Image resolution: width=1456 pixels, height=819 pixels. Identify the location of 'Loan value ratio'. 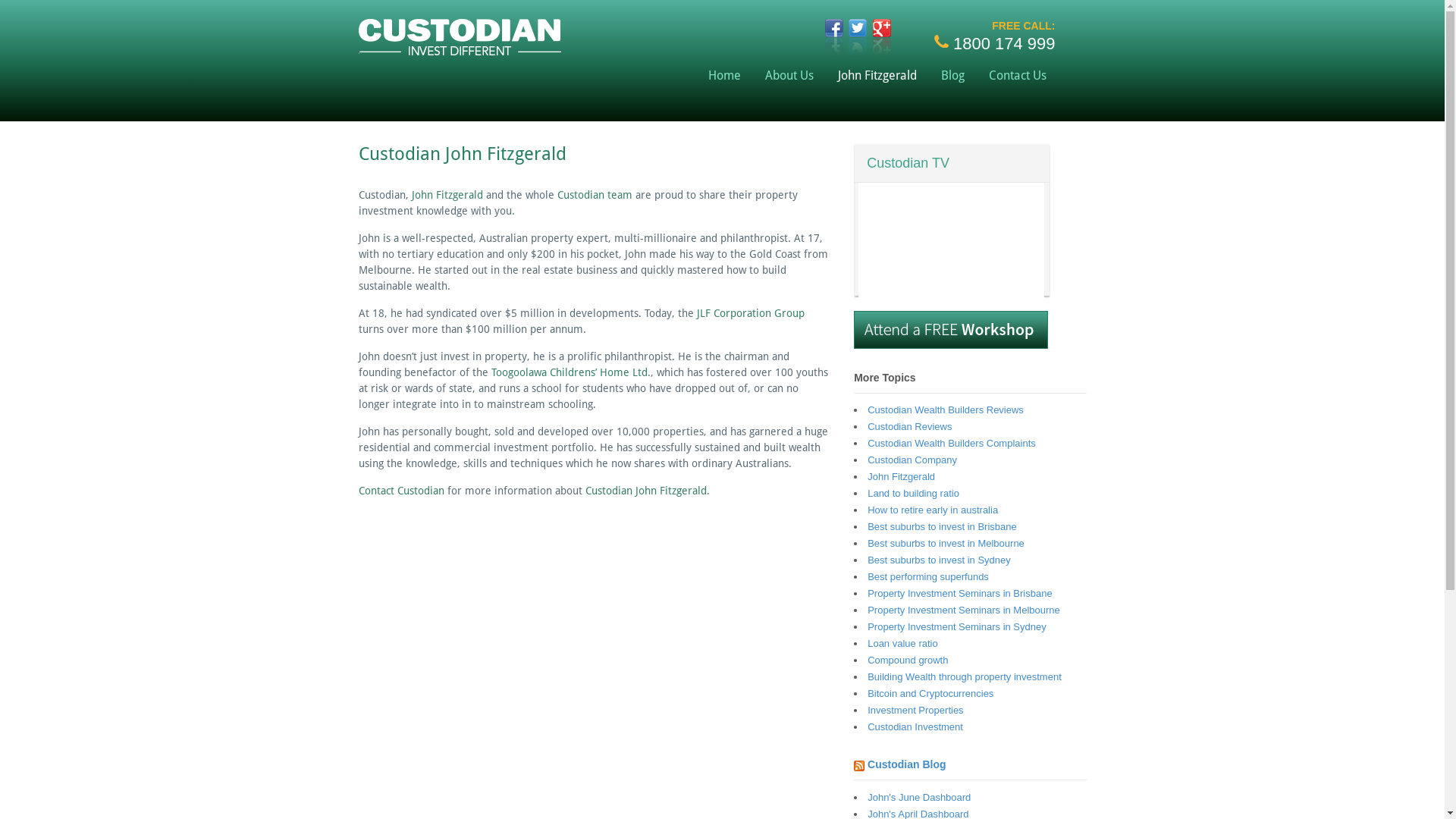
(902, 643).